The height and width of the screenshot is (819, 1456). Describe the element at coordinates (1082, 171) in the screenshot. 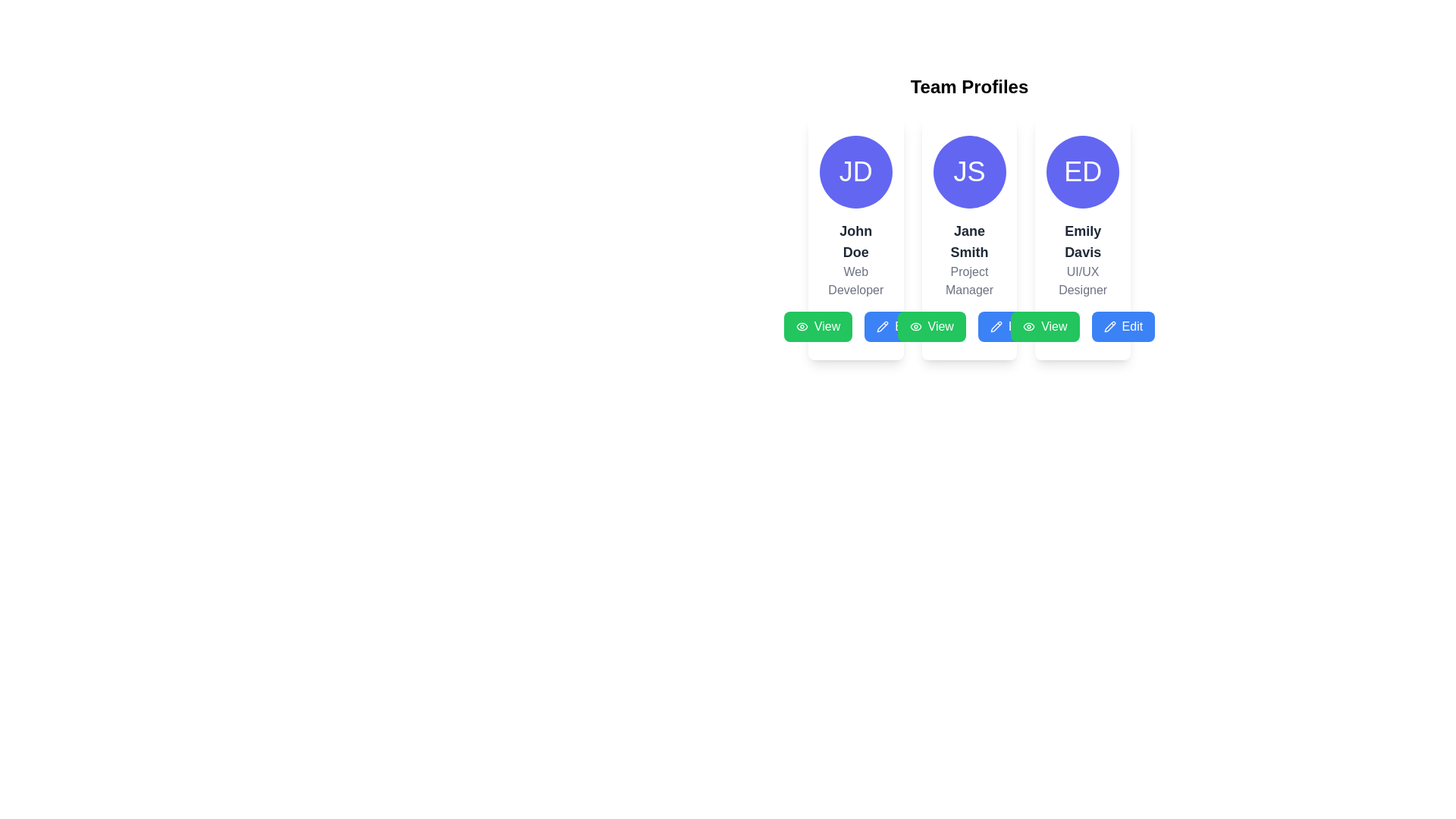

I see `the interactive circular badge with a purple background and white text displaying 'ED', located at the top of the third profile card above the name 'Emily Davis'` at that location.